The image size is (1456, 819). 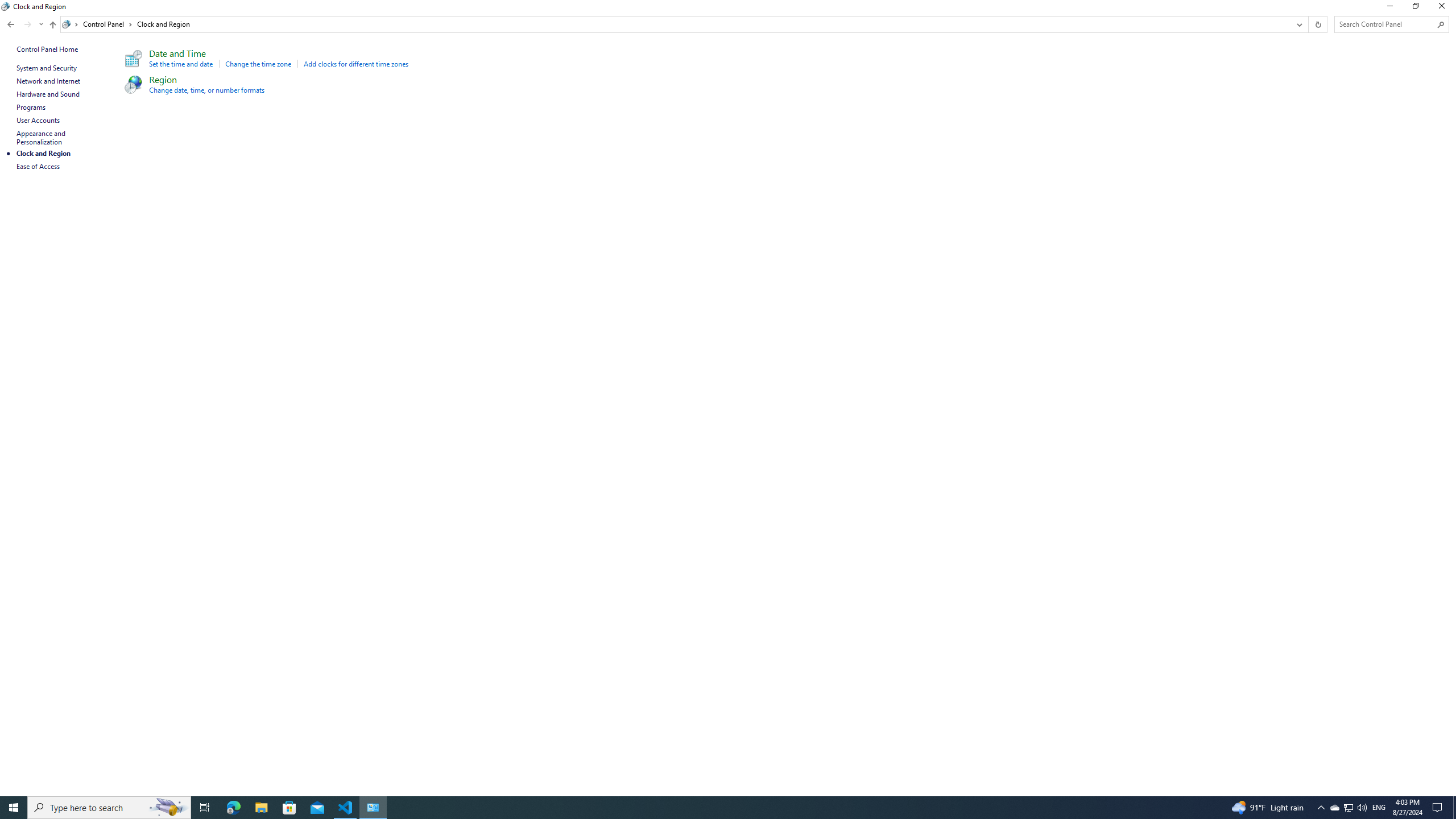 I want to click on 'Ease of Access', so click(x=38, y=166).